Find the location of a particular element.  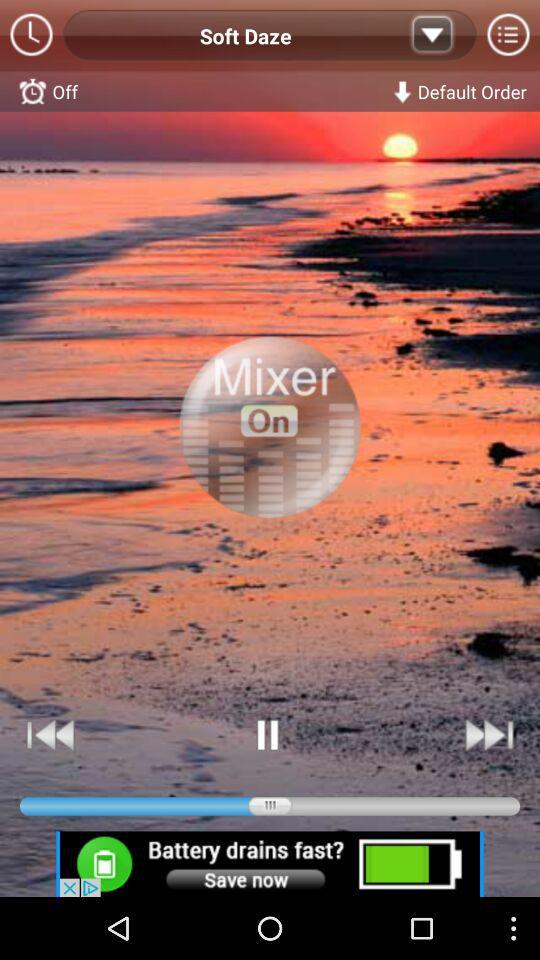

charge is located at coordinates (270, 863).